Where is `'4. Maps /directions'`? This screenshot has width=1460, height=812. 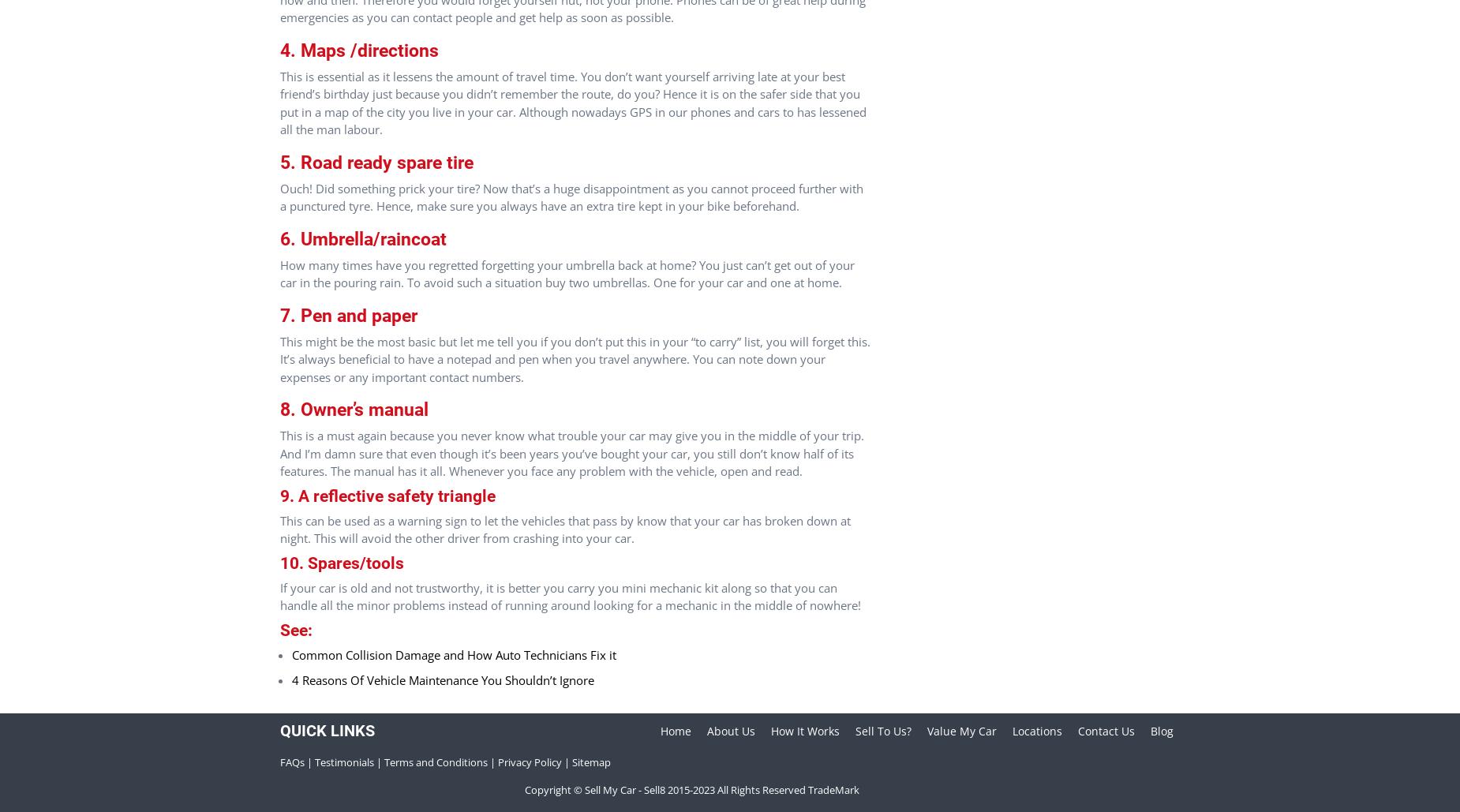 '4. Maps /directions' is located at coordinates (358, 50).